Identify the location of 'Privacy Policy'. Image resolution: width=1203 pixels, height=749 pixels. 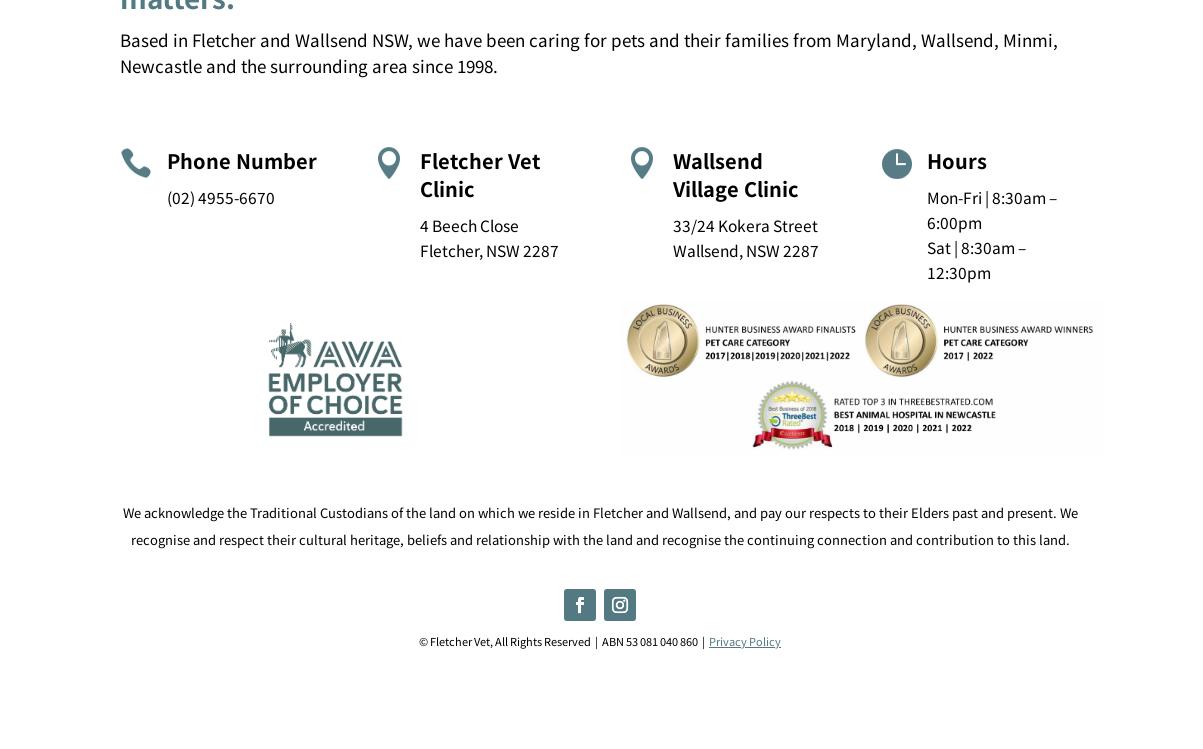
(744, 639).